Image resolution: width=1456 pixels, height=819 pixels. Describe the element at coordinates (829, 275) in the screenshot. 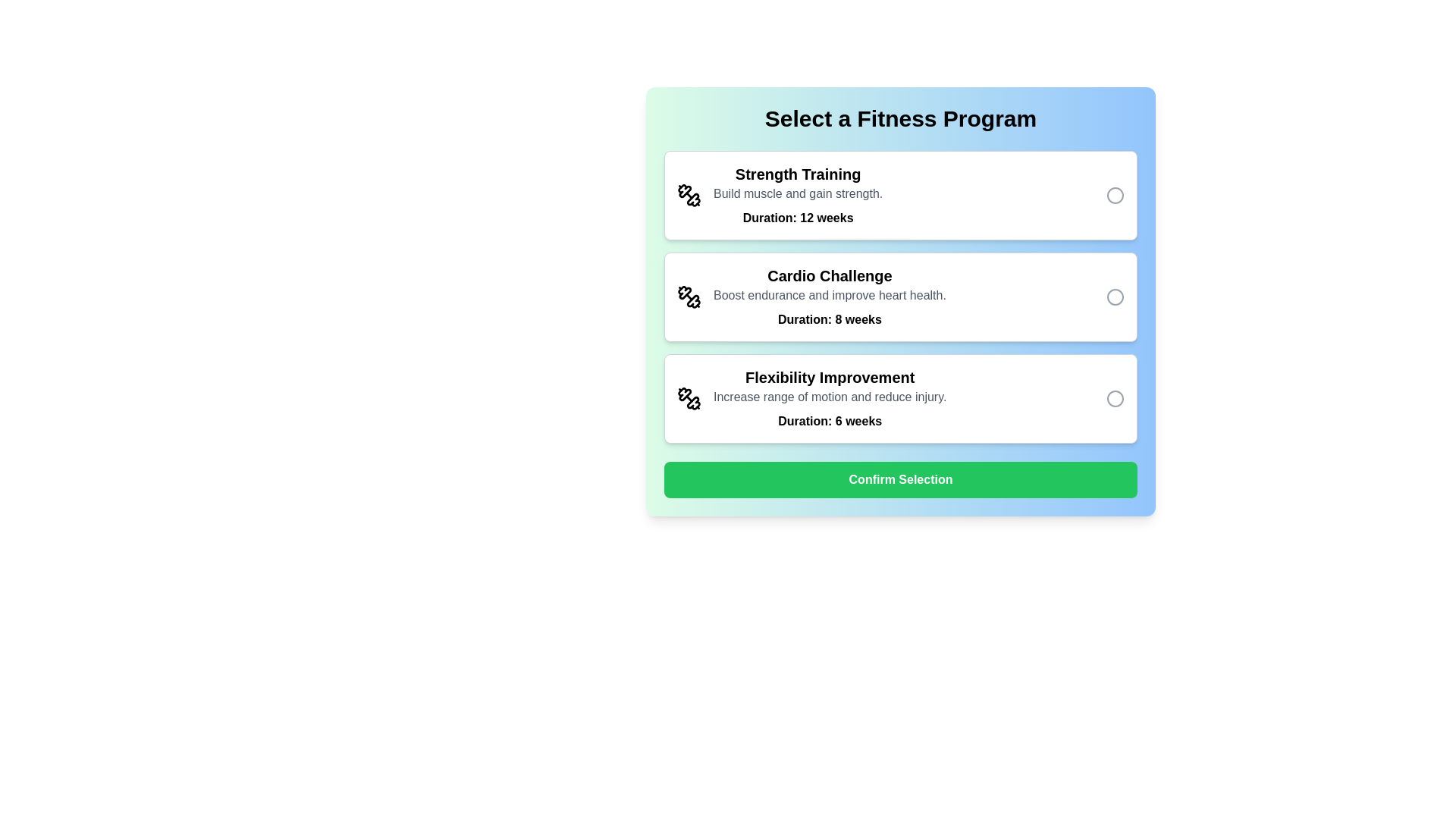

I see `the 'Cardio Challenge' text label, which is displayed in a bold and larger font size, styled with a semibold weight and black color, located in the middle section of the interface` at that location.